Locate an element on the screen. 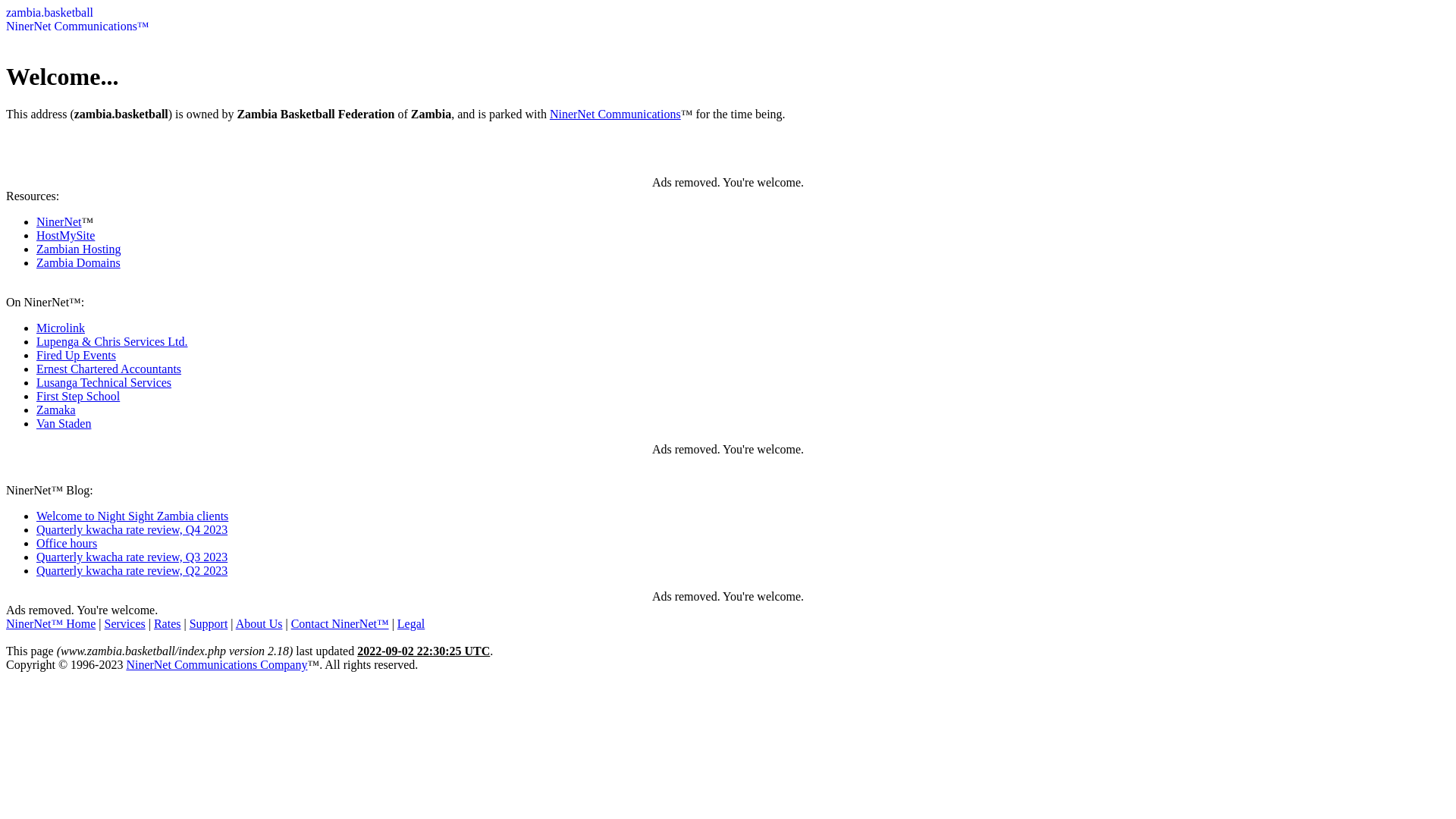  'Quarterly kwacha rate review, Q3 2023' is located at coordinates (131, 557).